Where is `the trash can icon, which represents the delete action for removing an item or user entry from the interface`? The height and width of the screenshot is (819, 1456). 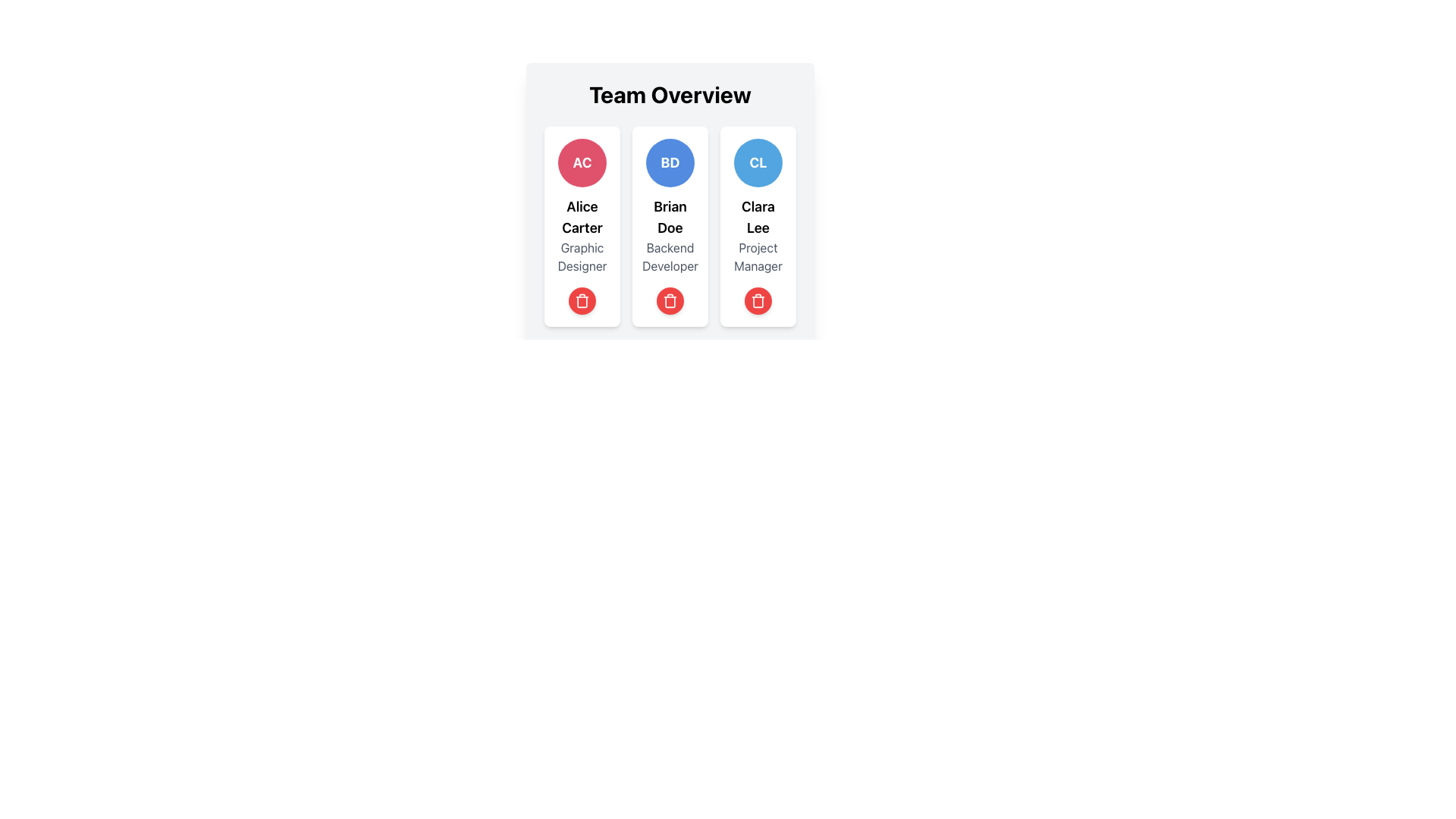
the trash can icon, which represents the delete action for removing an item or user entry from the interface is located at coordinates (582, 301).